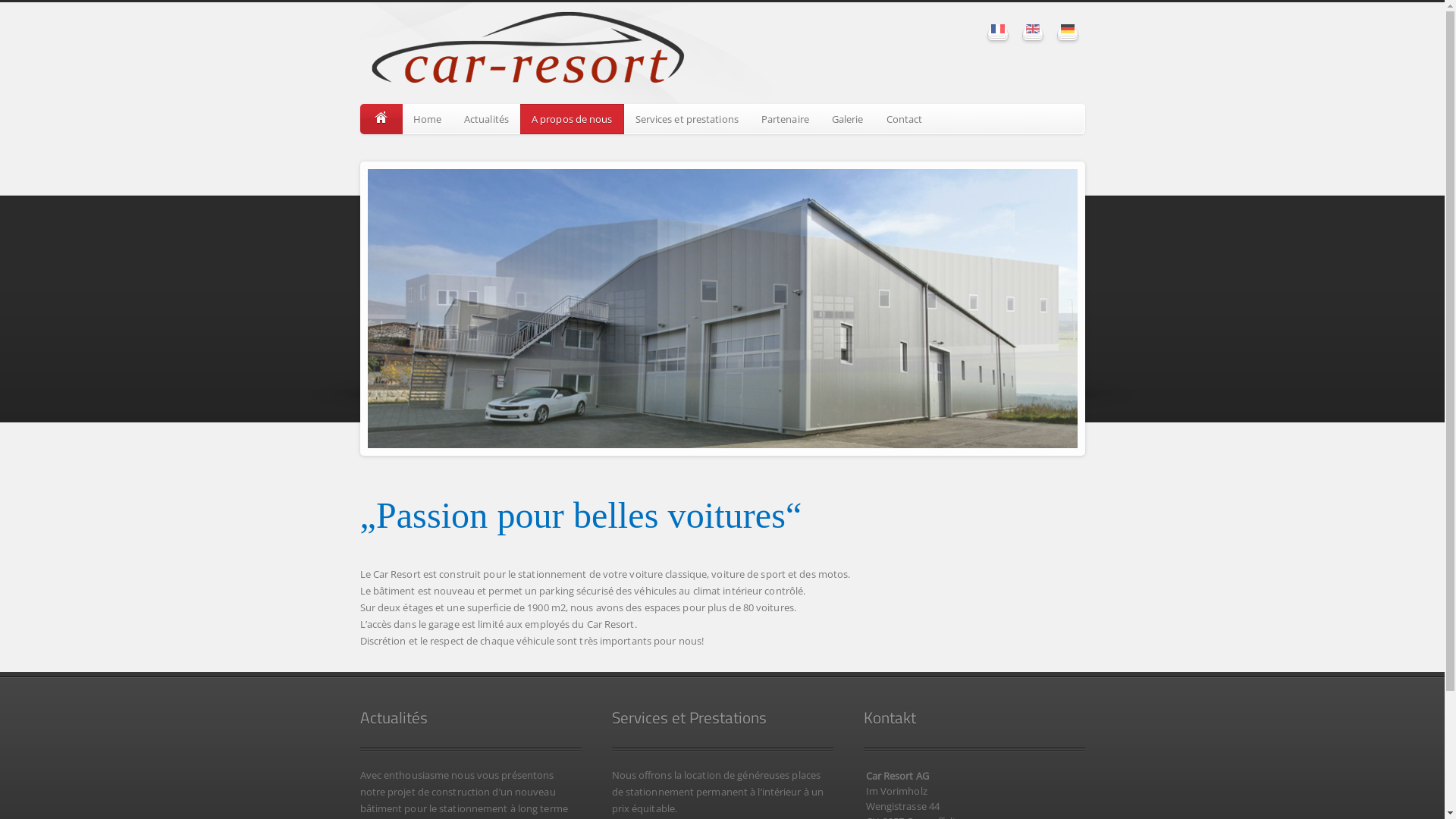  What do you see at coordinates (1031, 29) in the screenshot?
I see `'English (UK)'` at bounding box center [1031, 29].